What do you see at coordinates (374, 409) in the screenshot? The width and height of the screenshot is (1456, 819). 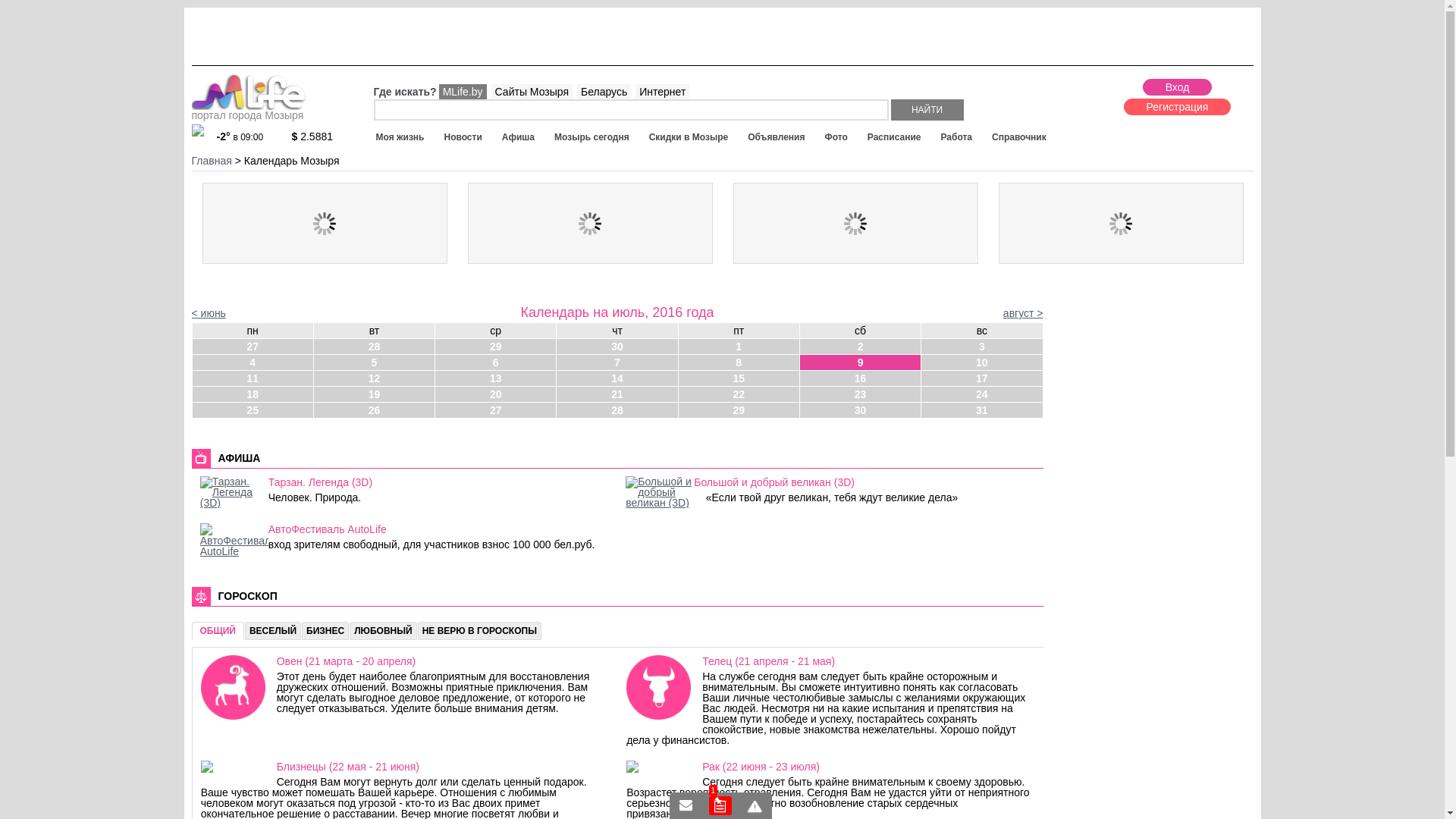 I see `'26'` at bounding box center [374, 409].